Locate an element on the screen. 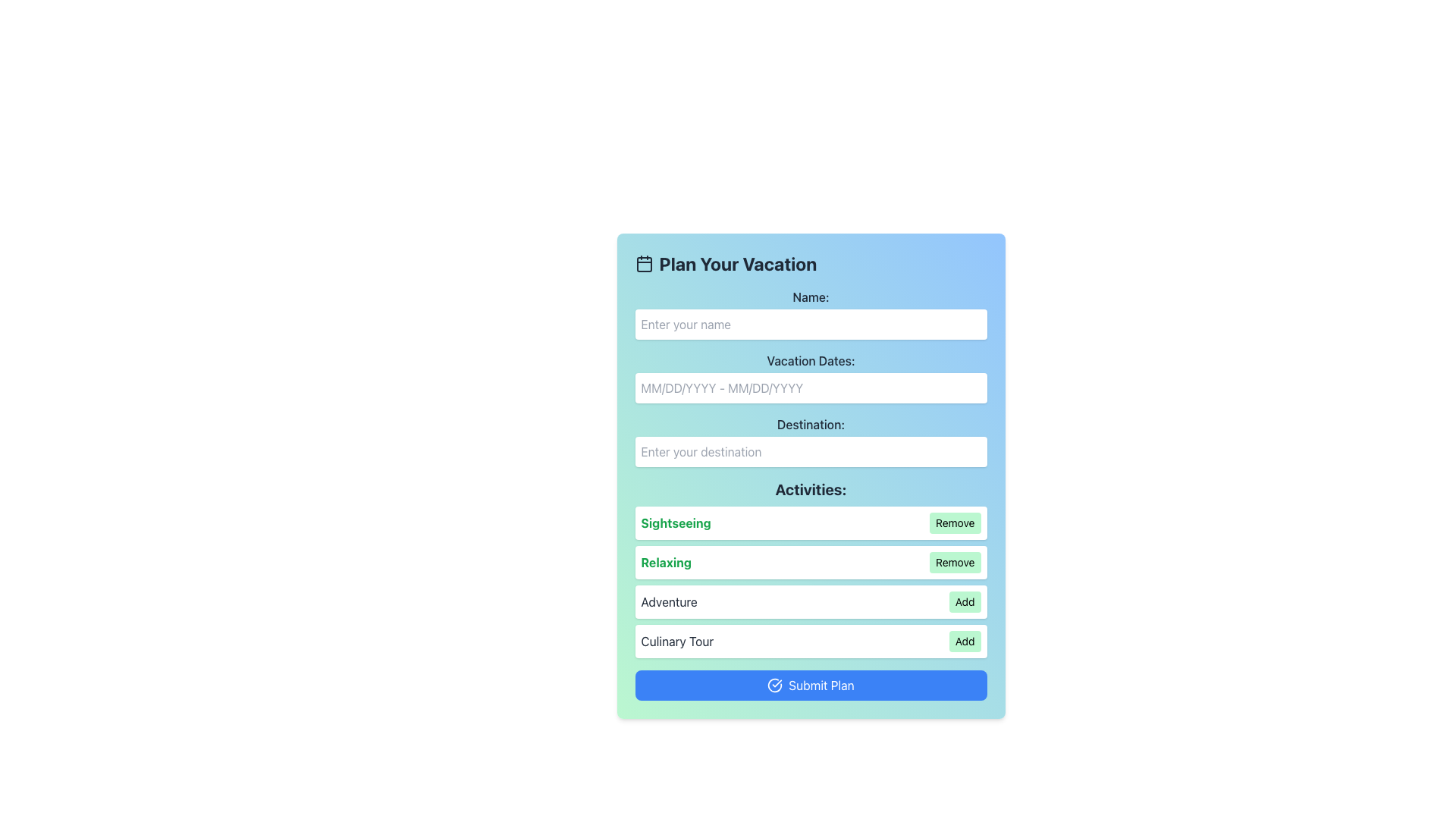  the main body of the calendar icon, which is a rectangle with rounded corners located within an SVG image, to the left of the 'Plan Your Vacation' title is located at coordinates (644, 263).